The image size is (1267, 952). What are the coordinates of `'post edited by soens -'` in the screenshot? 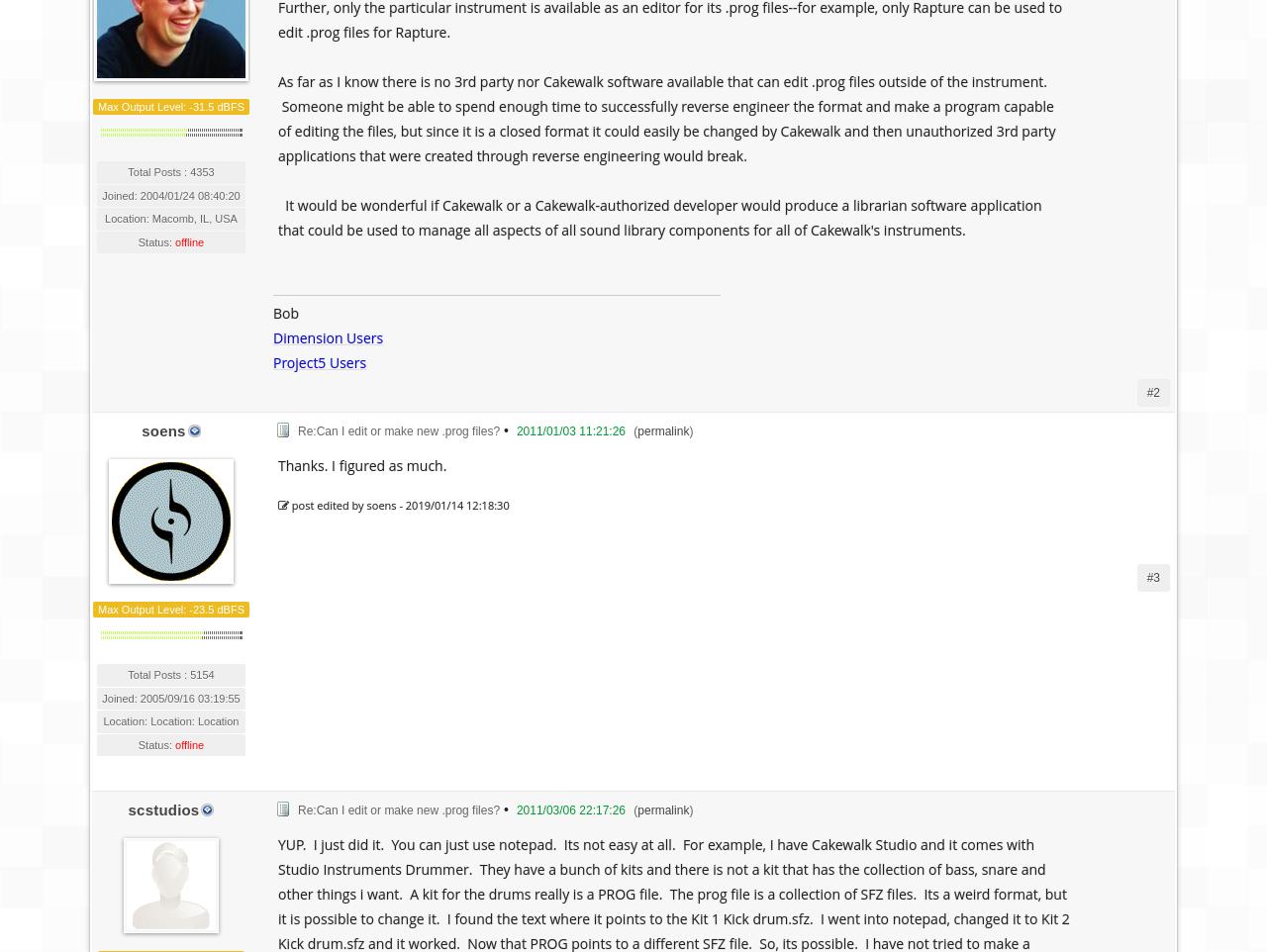 It's located at (287, 504).